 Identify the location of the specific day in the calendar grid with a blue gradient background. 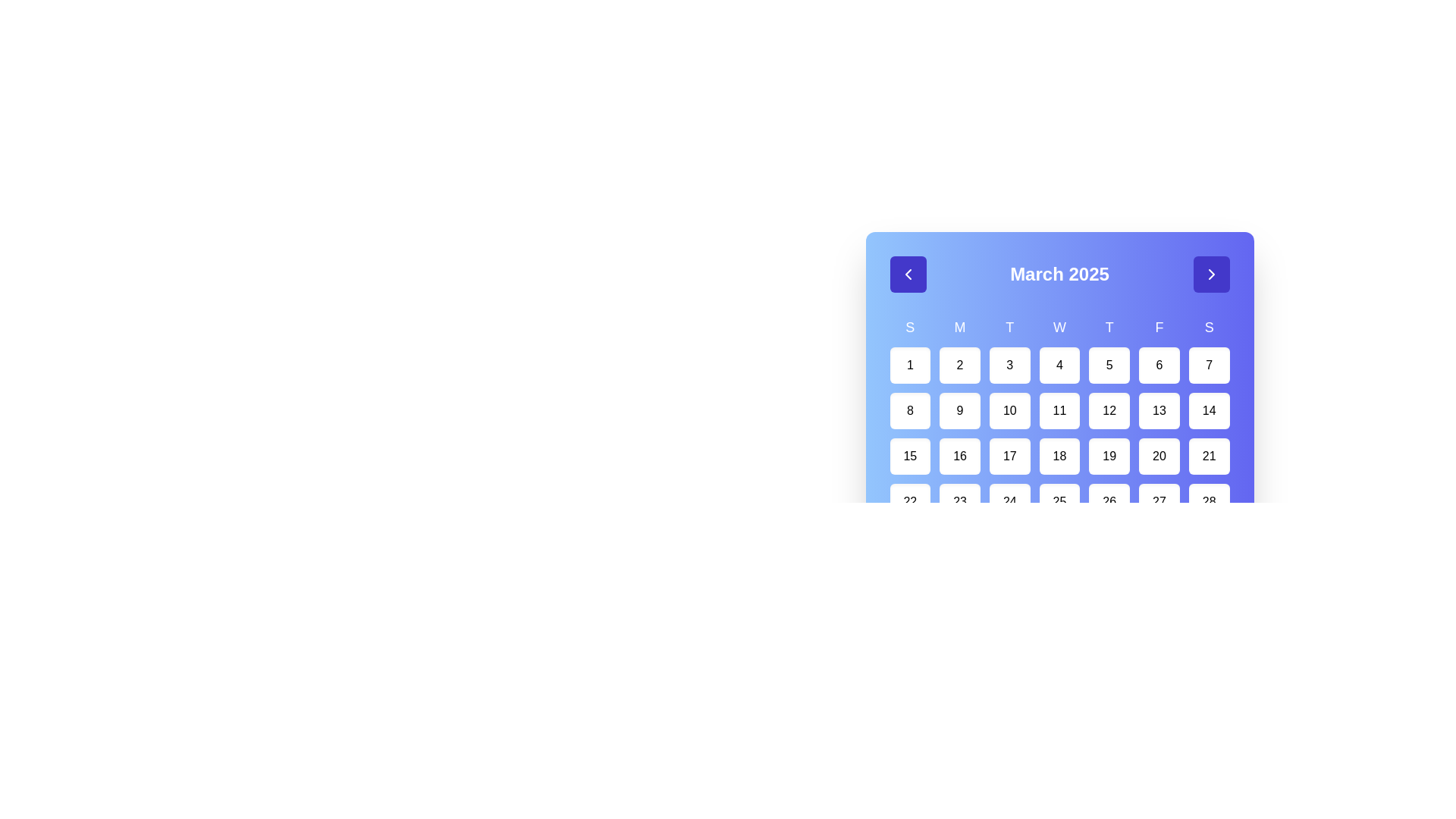
(1059, 463).